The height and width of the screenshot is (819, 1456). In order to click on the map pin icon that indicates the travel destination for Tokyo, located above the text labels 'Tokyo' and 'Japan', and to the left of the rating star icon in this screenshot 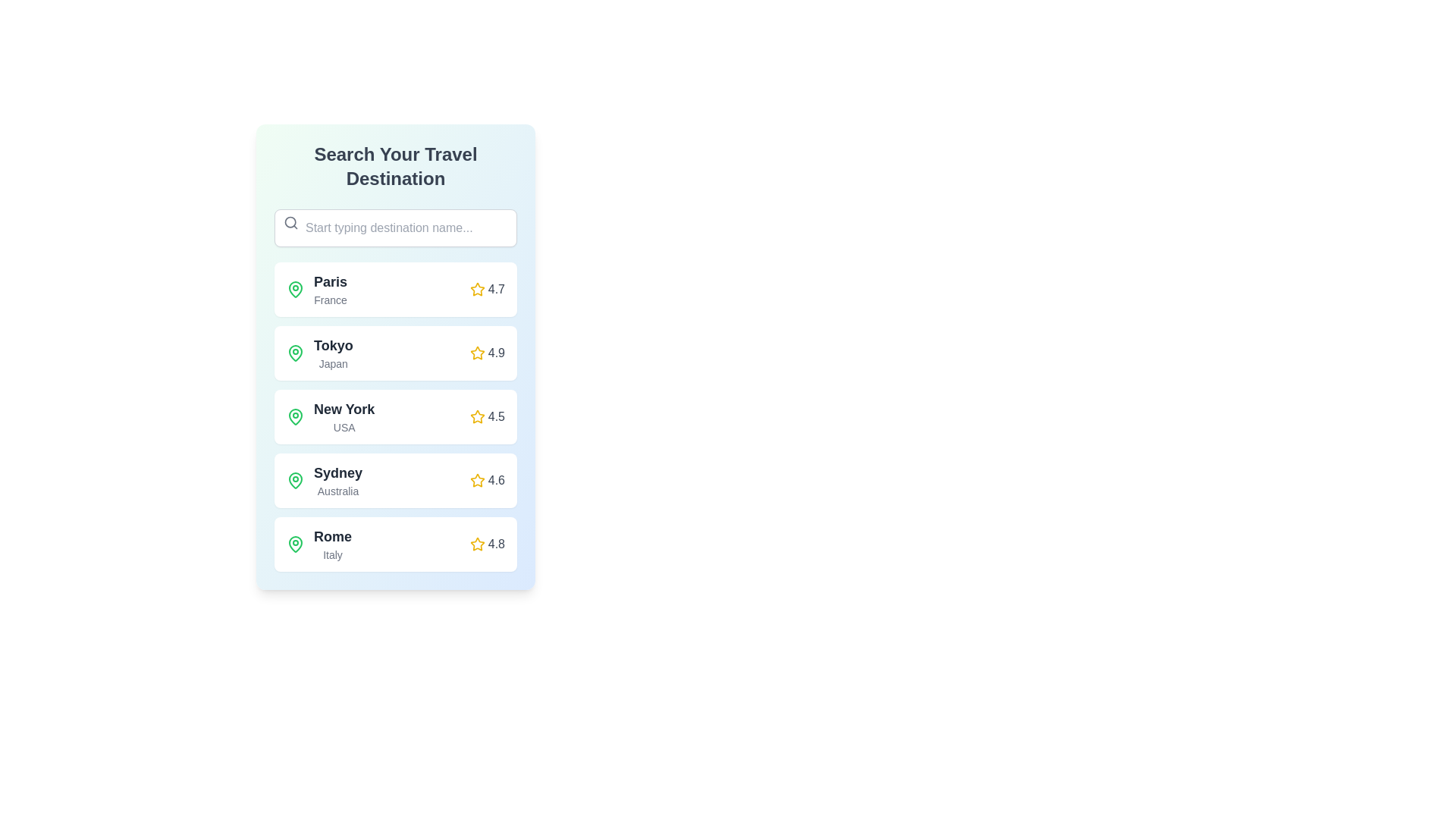, I will do `click(295, 353)`.